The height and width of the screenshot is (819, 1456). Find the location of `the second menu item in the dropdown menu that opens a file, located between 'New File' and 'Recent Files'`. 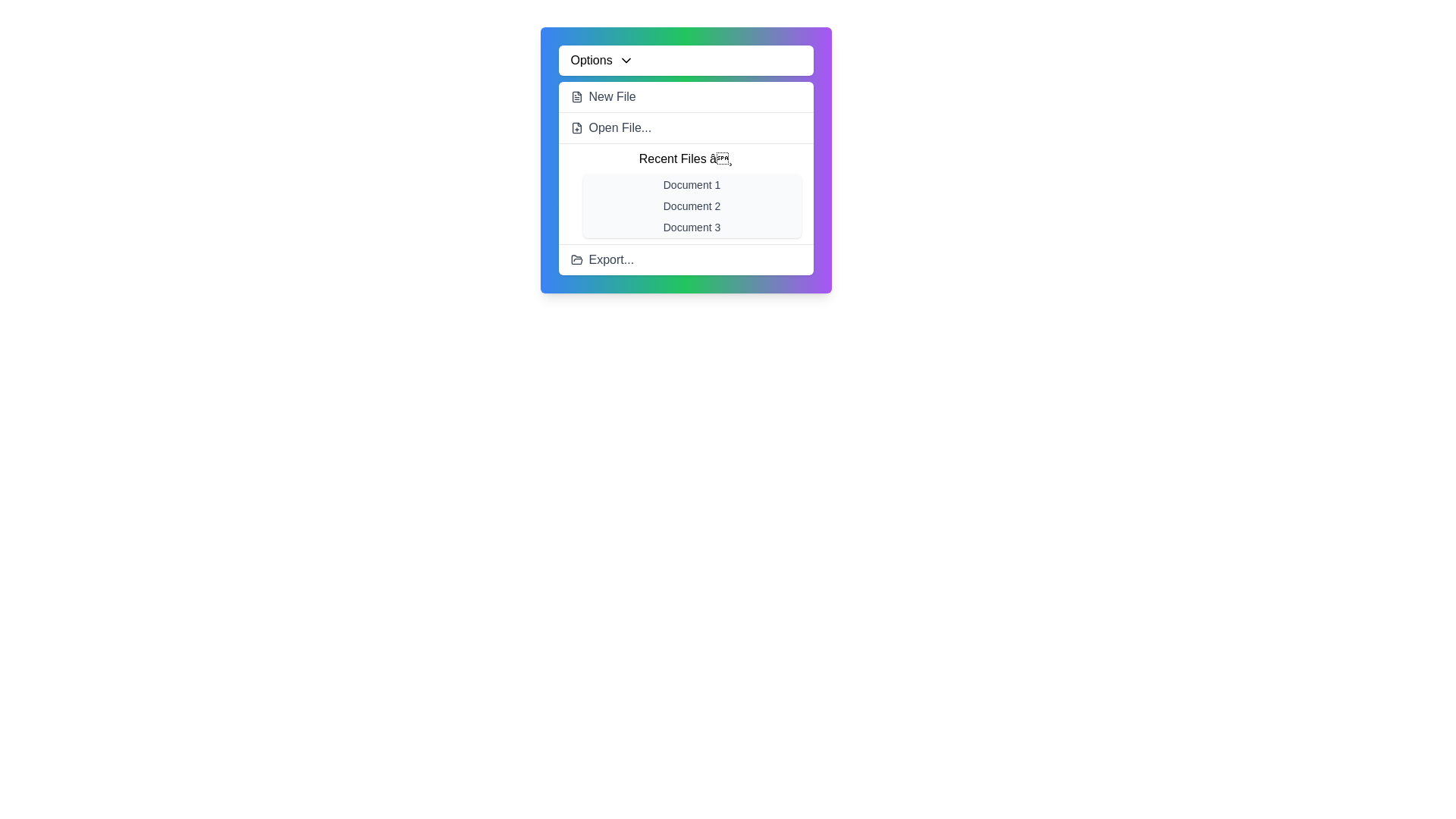

the second menu item in the dropdown menu that opens a file, located between 'New File' and 'Recent Files' is located at coordinates (685, 127).